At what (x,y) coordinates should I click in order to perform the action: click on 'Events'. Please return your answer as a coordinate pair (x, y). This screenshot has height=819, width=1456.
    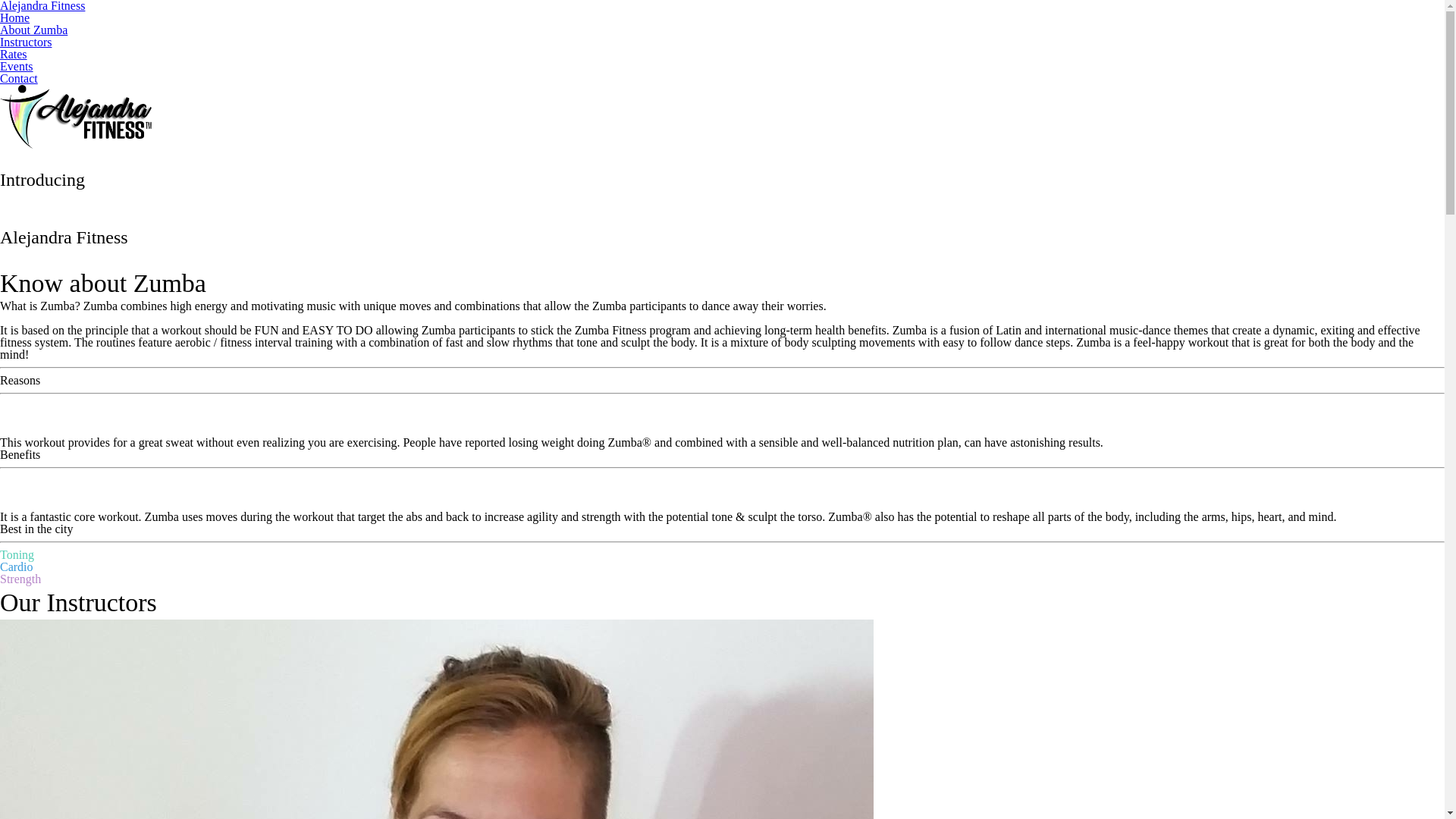
    Looking at the image, I should click on (17, 65).